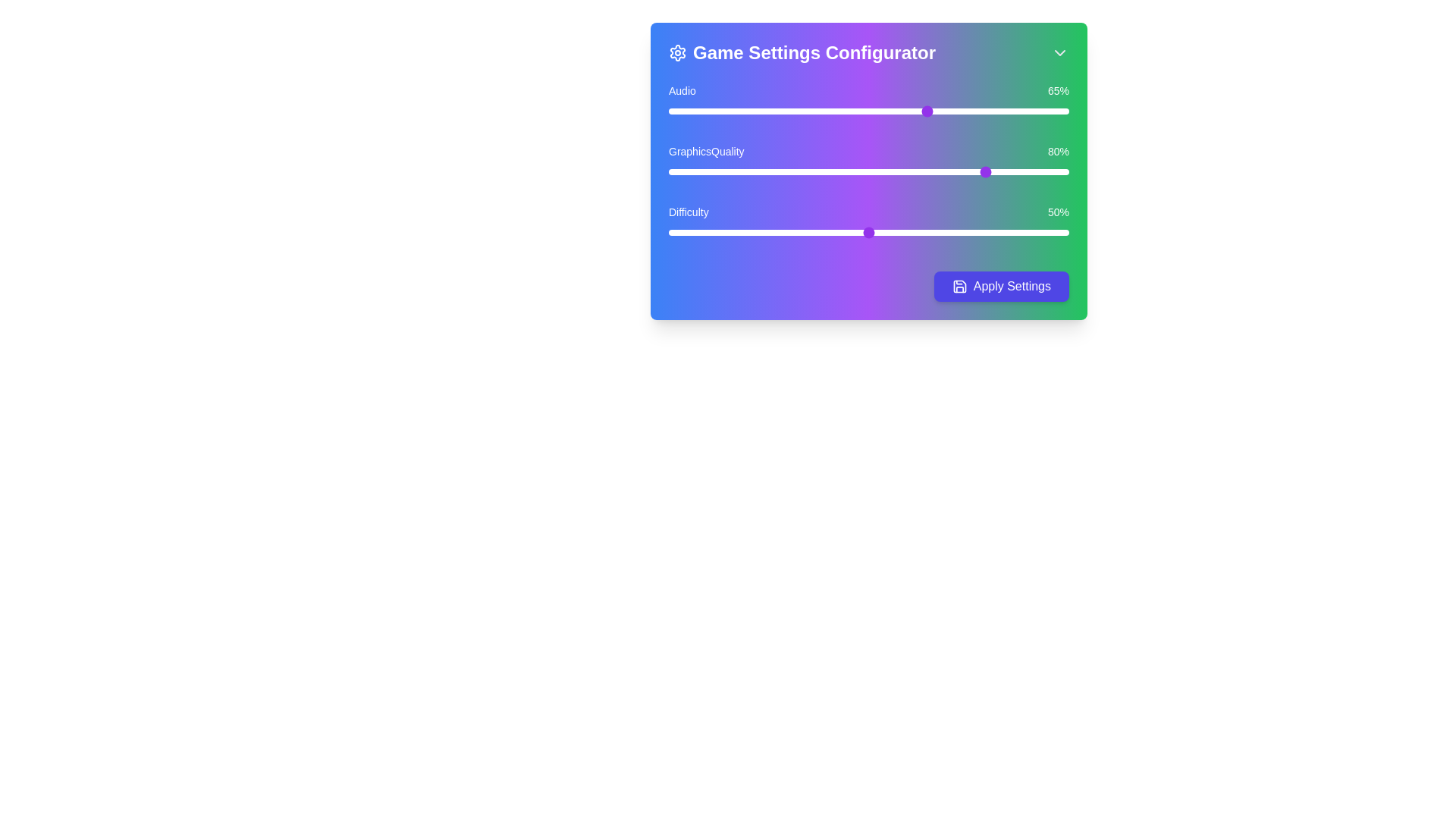 The width and height of the screenshot is (1456, 819). Describe the element at coordinates (704, 110) in the screenshot. I see `the audio slider` at that location.